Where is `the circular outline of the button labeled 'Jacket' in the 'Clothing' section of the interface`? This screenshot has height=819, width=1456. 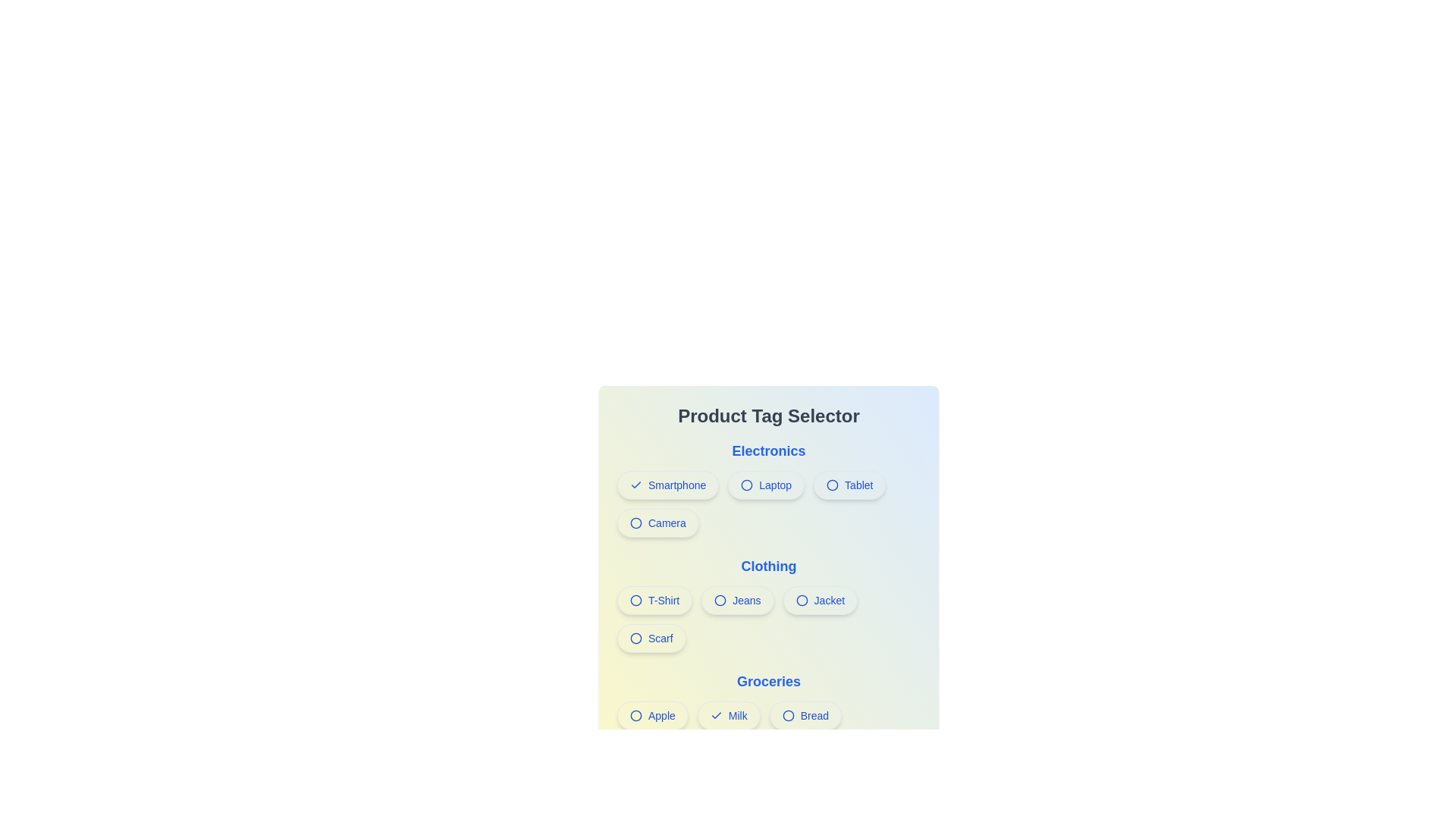
the circular outline of the button labeled 'Jacket' in the 'Clothing' section of the interface is located at coordinates (801, 599).